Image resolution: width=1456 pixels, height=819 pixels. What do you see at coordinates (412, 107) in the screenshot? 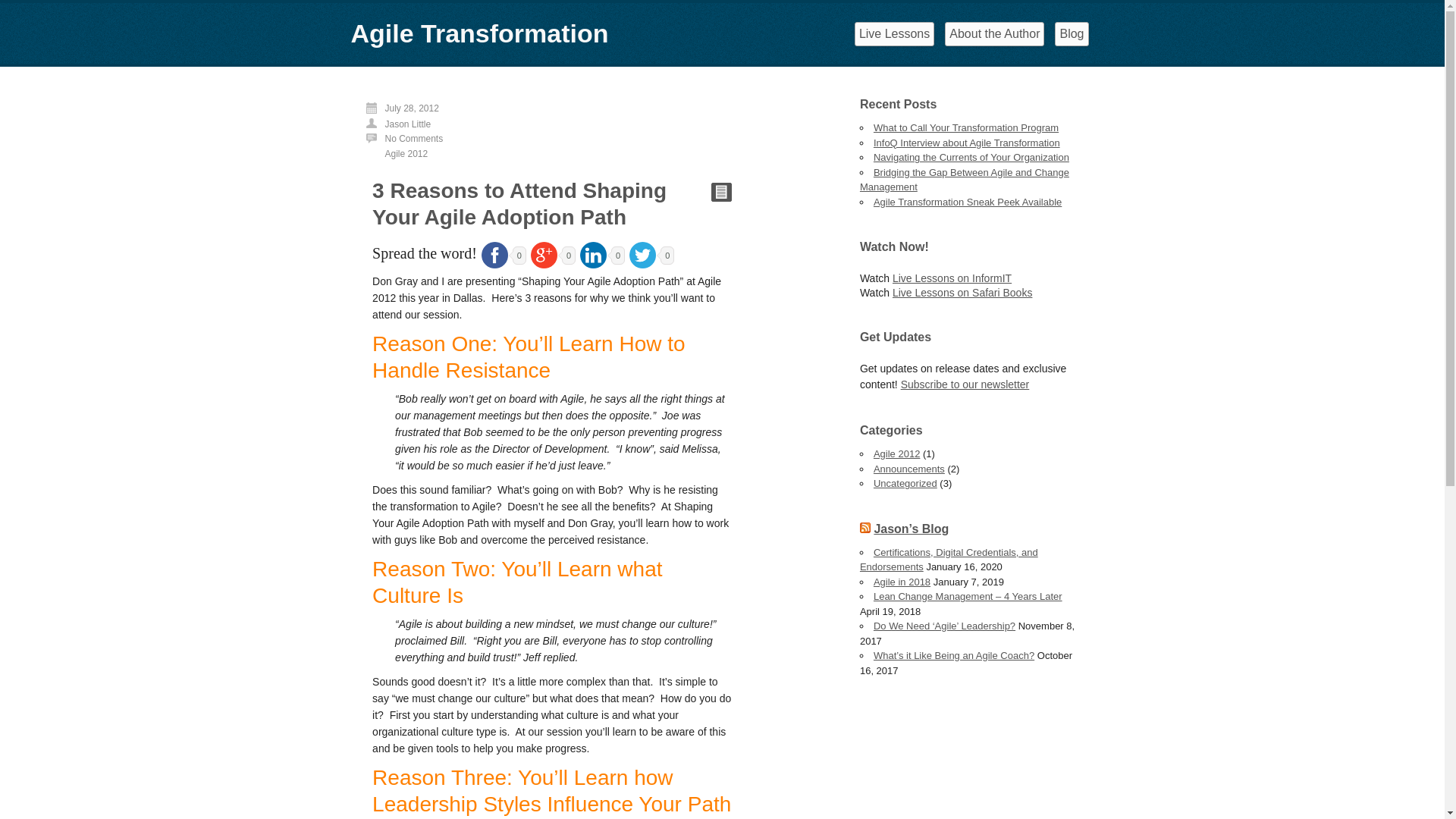
I see `'July 28, 2012'` at bounding box center [412, 107].